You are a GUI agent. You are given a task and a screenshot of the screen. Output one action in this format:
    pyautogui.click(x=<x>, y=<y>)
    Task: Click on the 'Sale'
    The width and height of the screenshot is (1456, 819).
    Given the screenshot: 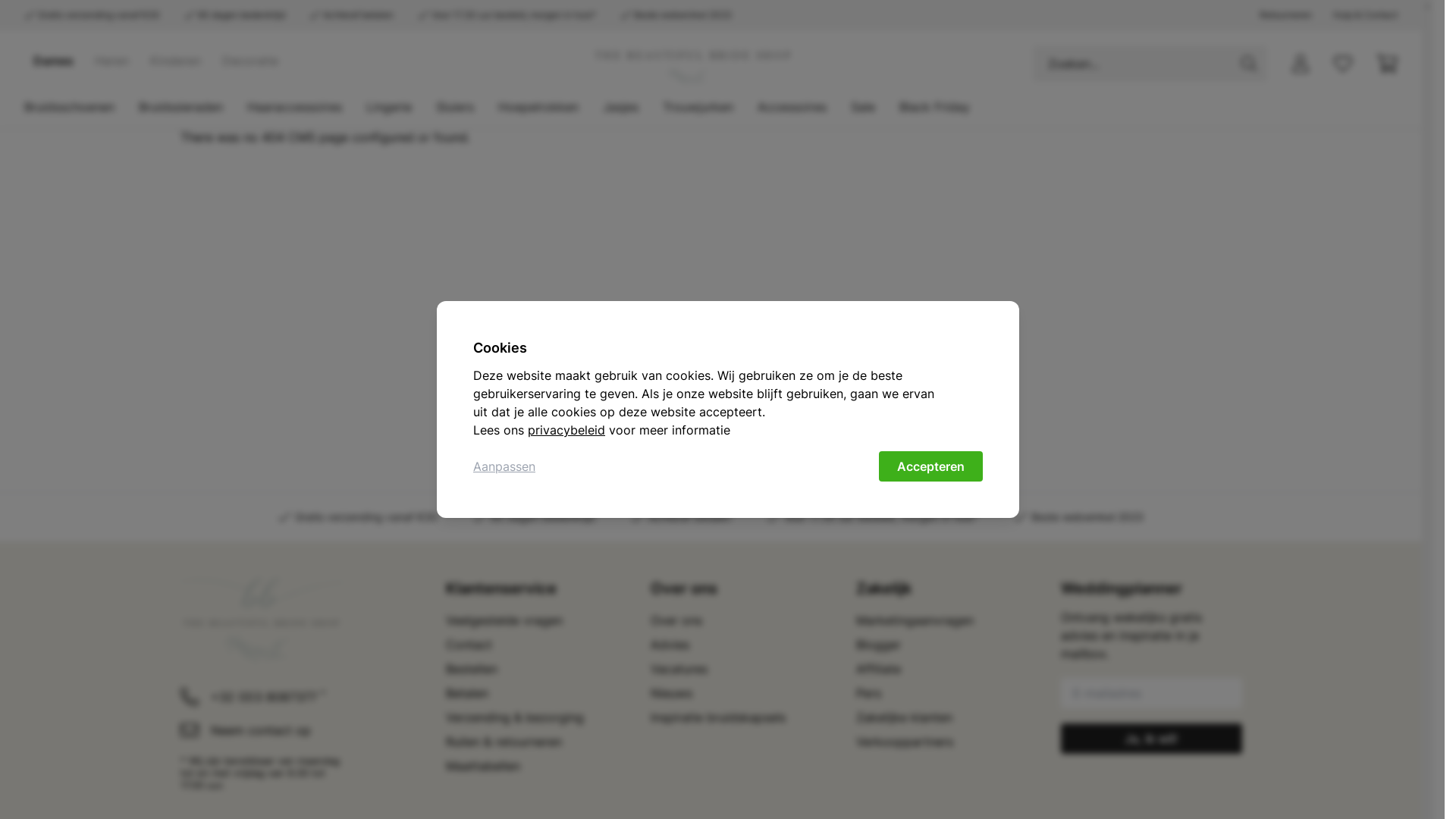 What is the action you would take?
    pyautogui.click(x=862, y=106)
    